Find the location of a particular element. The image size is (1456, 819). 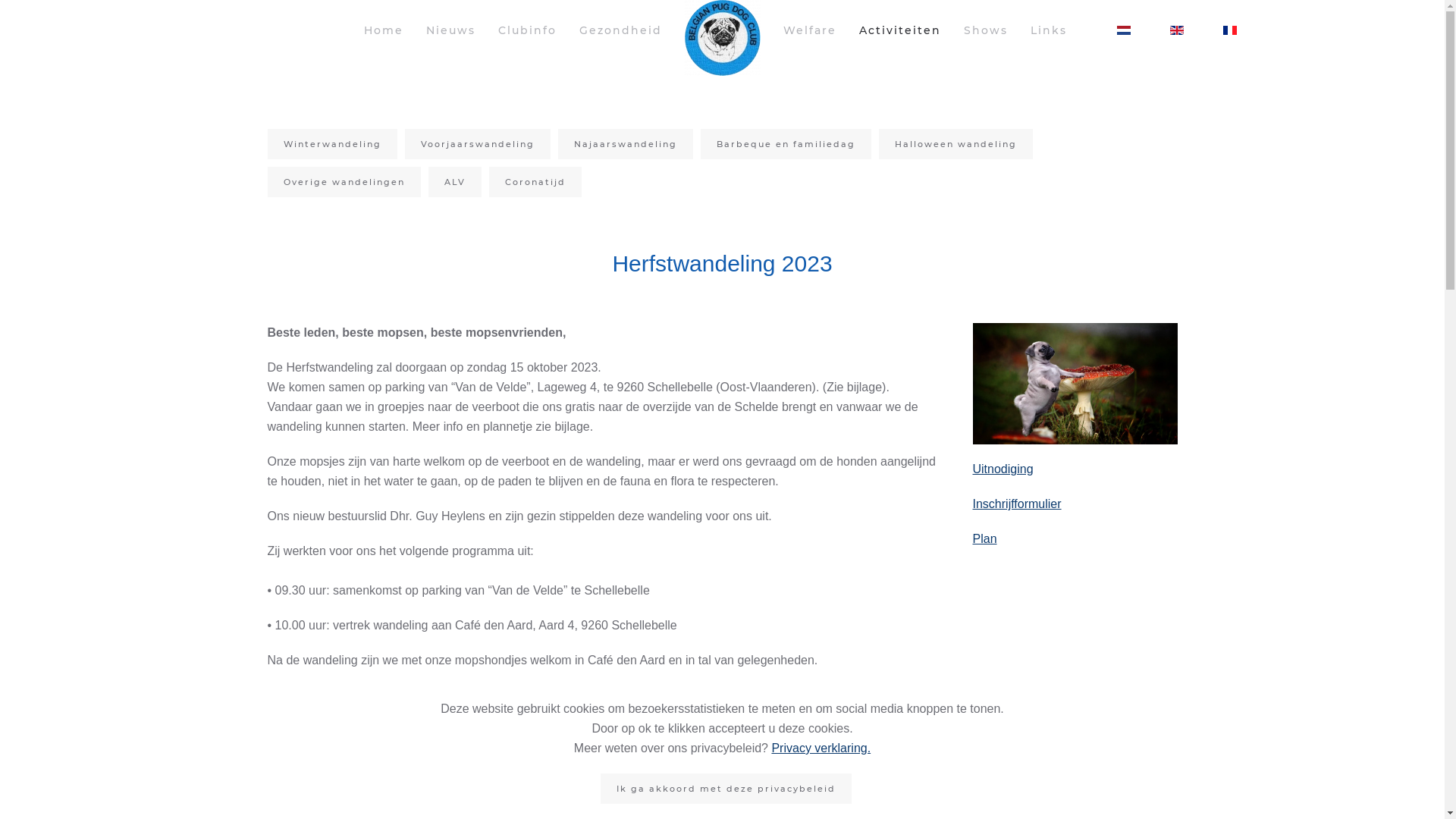

'Gezondheid' is located at coordinates (620, 30).